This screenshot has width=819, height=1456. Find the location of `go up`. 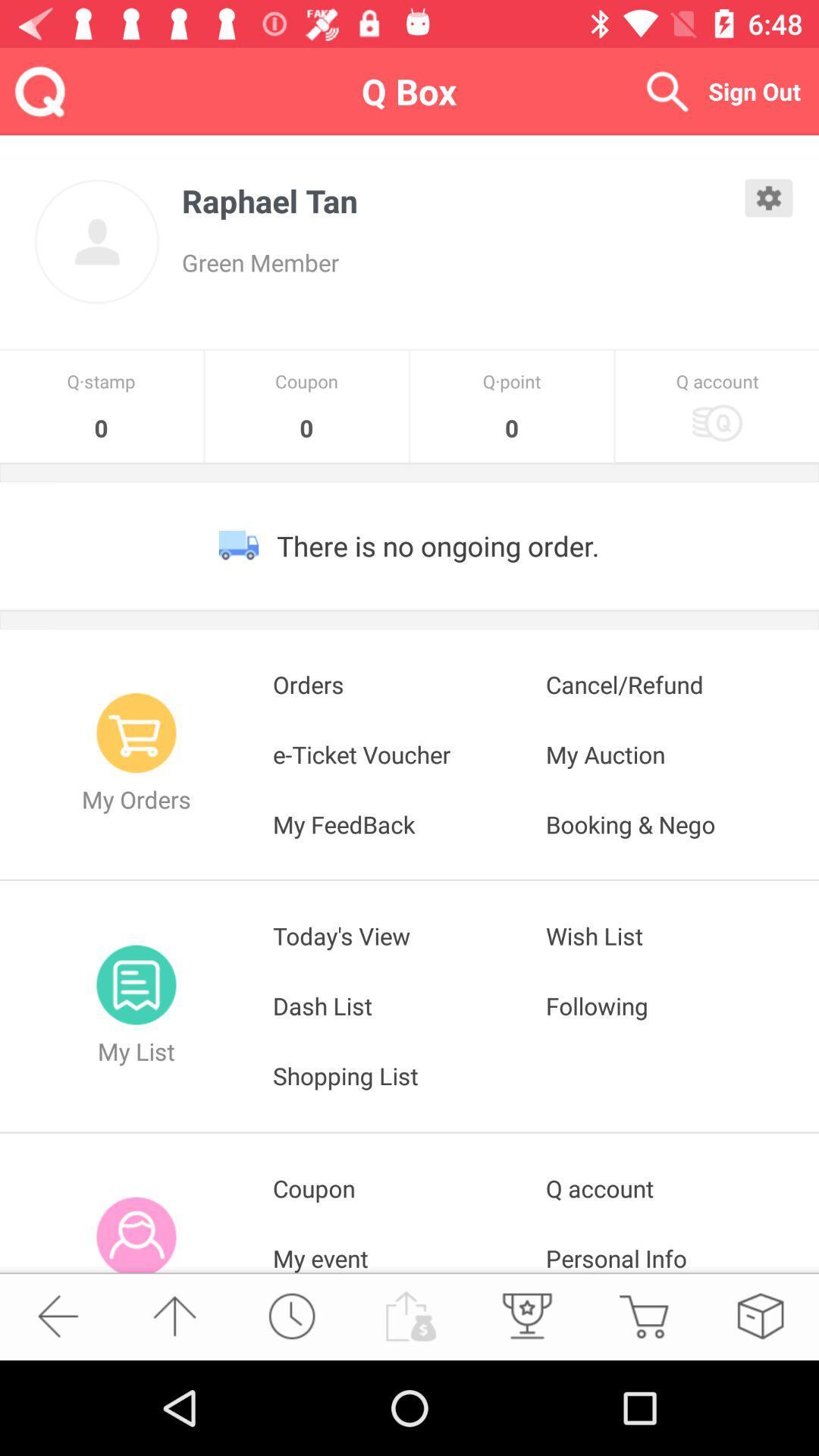

go up is located at coordinates (174, 1315).